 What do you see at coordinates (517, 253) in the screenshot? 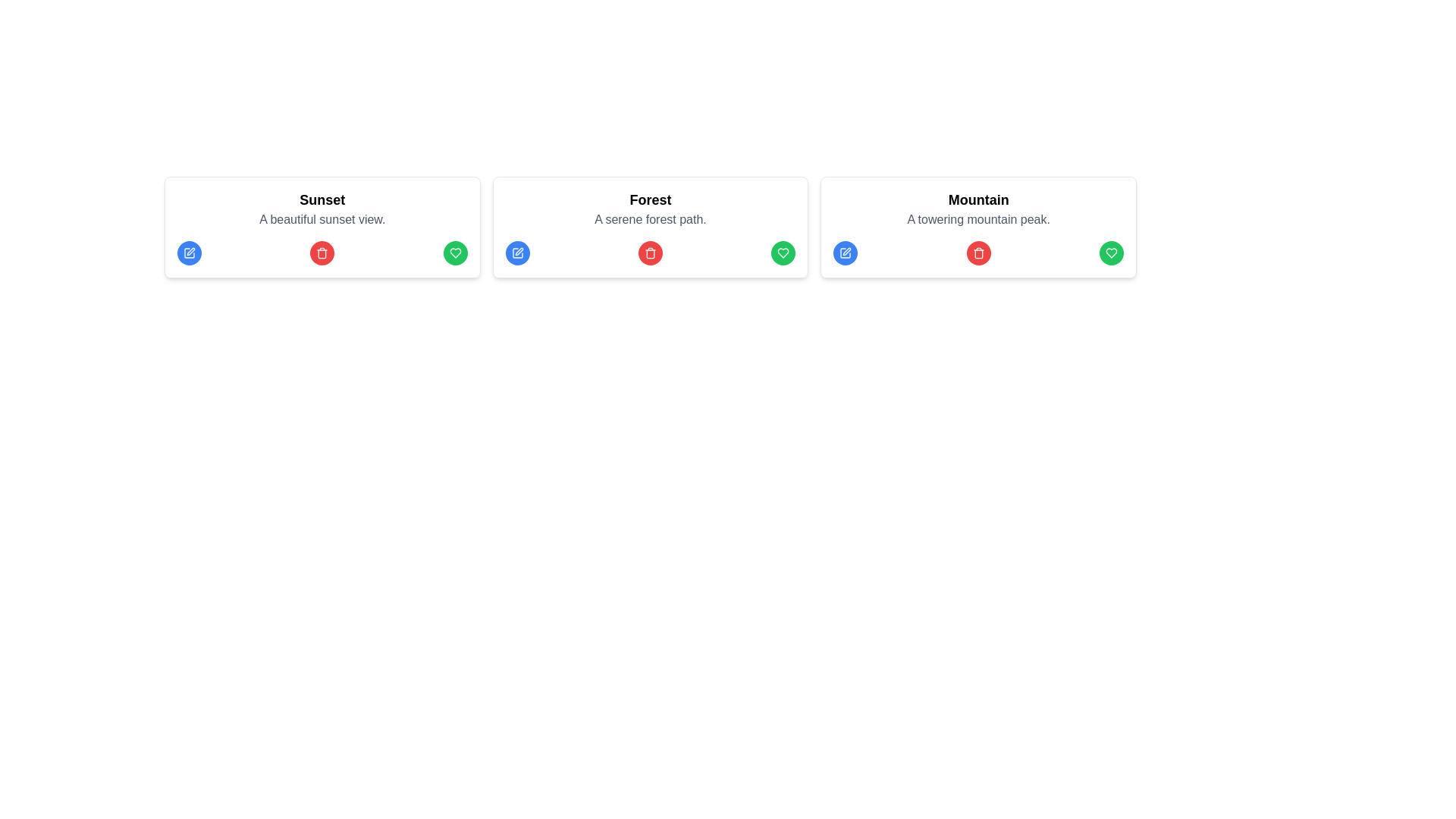
I see `the leftmost icon button in the horizontal row of buttons within the 'Forest' card` at bounding box center [517, 253].